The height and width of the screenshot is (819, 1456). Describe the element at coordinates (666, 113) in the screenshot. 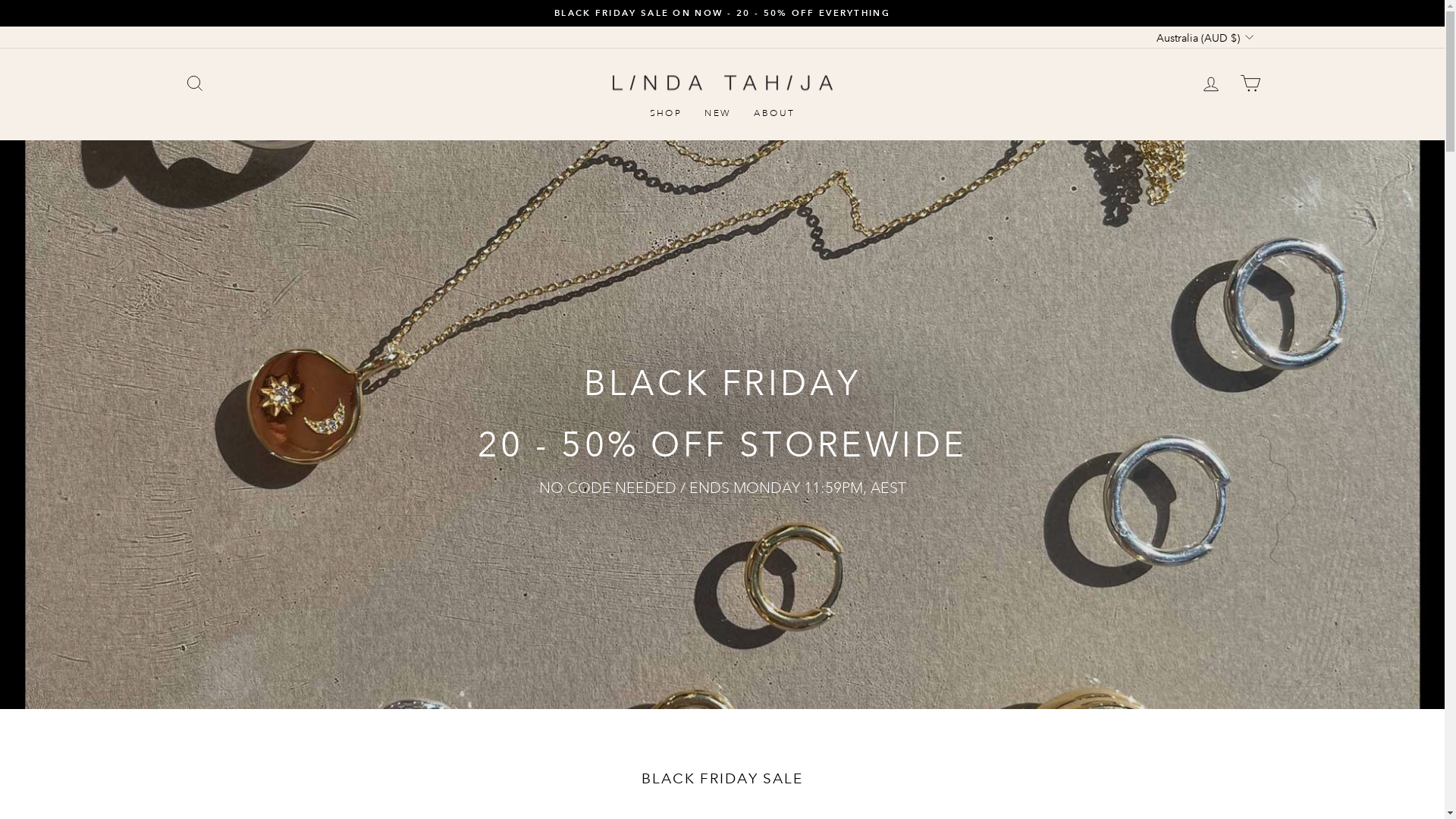

I see `'SHOP'` at that location.